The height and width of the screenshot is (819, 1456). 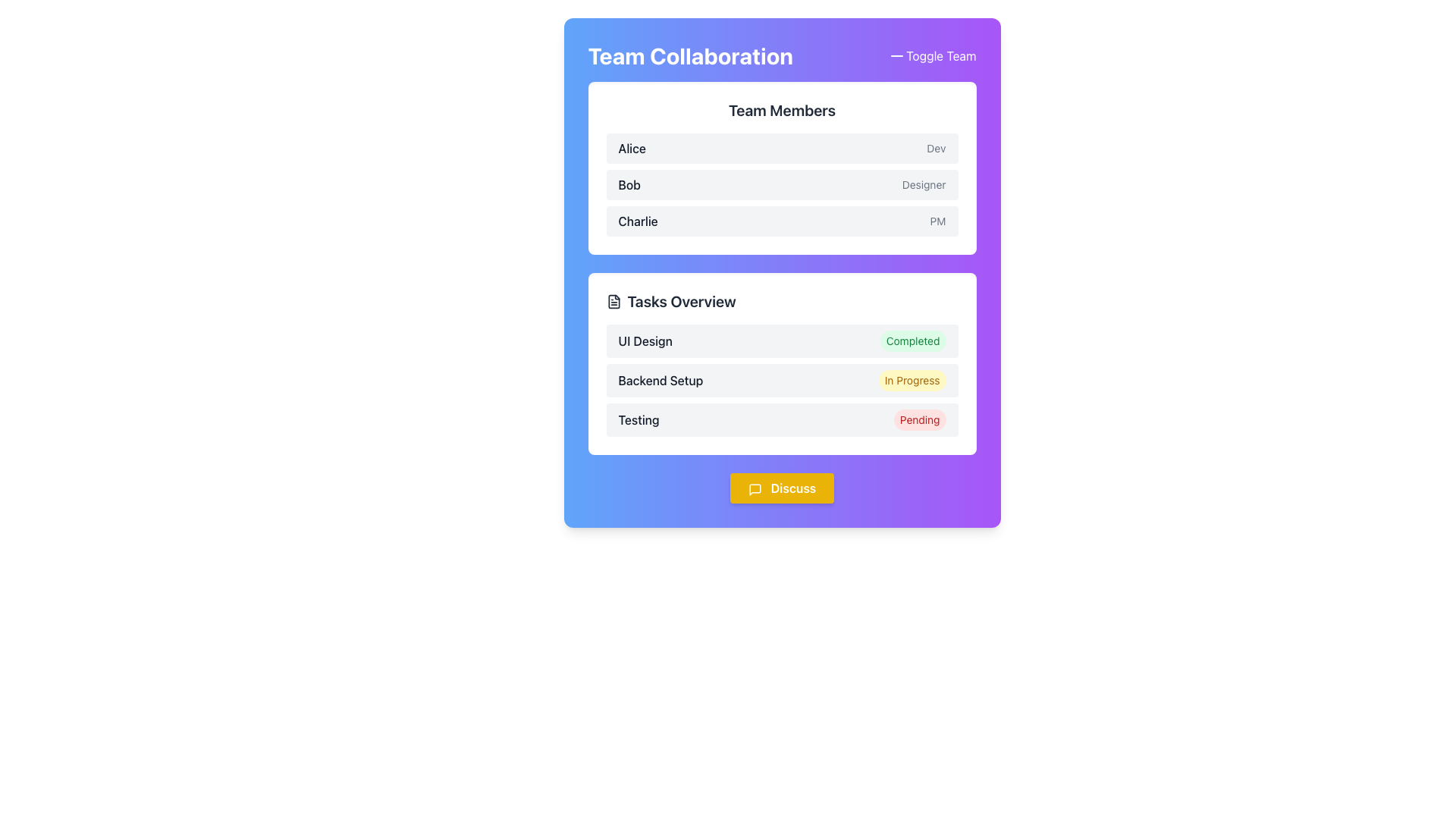 I want to click on the third list item in the 'Team Members' section, which displays the name 'Charlie' on the left and 'PM' on the right, so click(x=782, y=221).